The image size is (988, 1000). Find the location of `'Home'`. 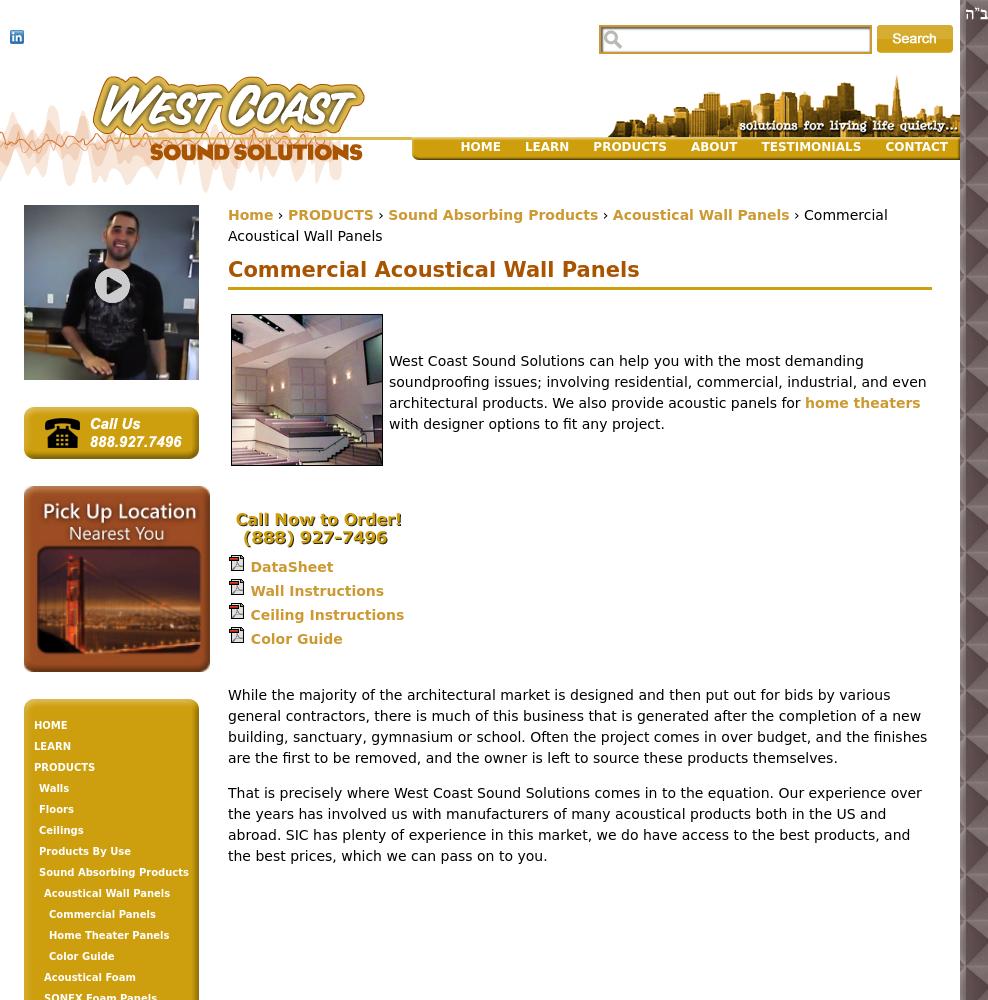

'Home' is located at coordinates (249, 214).